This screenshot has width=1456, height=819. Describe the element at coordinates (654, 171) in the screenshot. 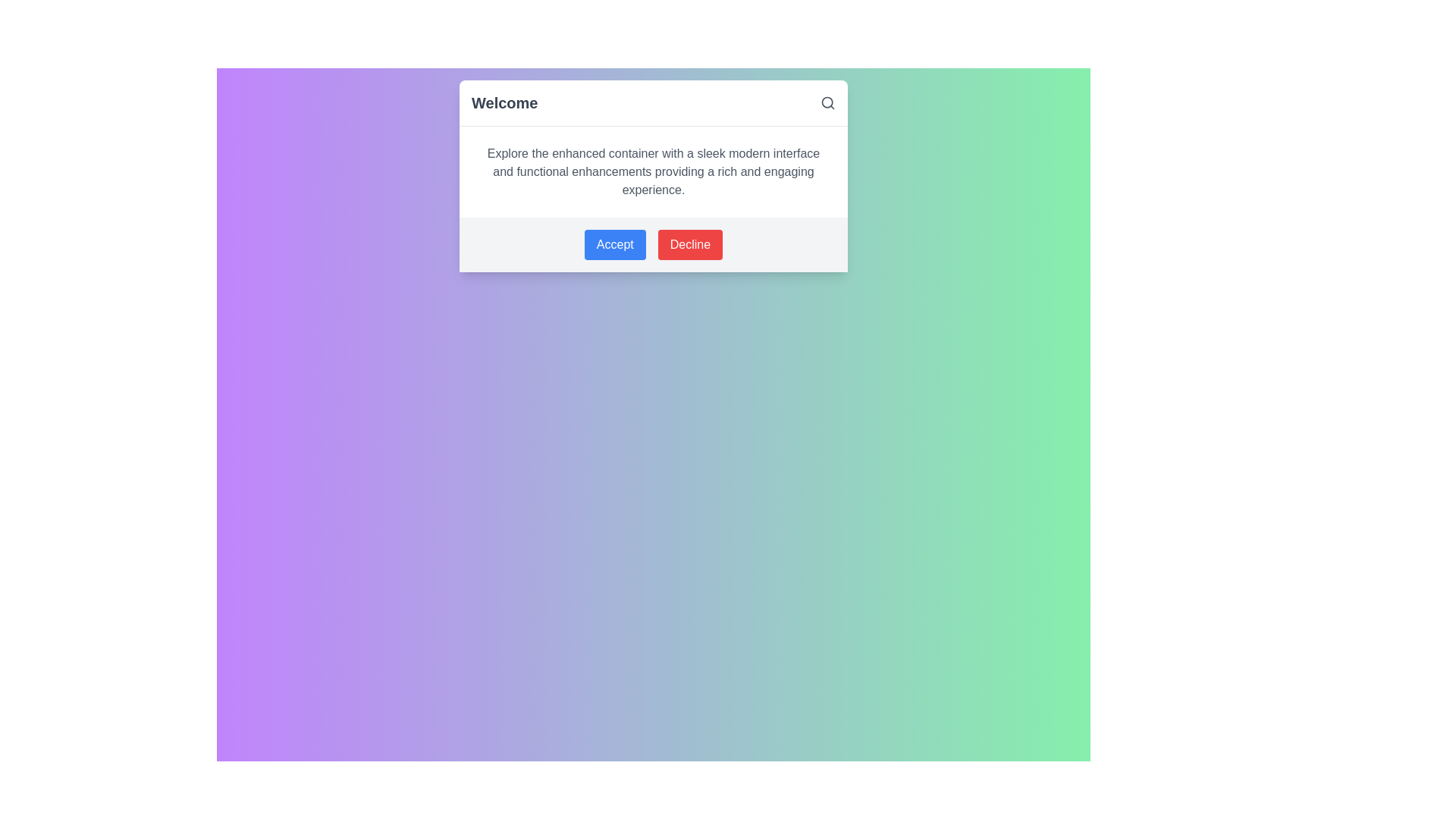

I see `the informational text block that describes the system's features, positioned below the 'Welcome' heading and above the 'Accept' and 'Decline' buttons` at that location.